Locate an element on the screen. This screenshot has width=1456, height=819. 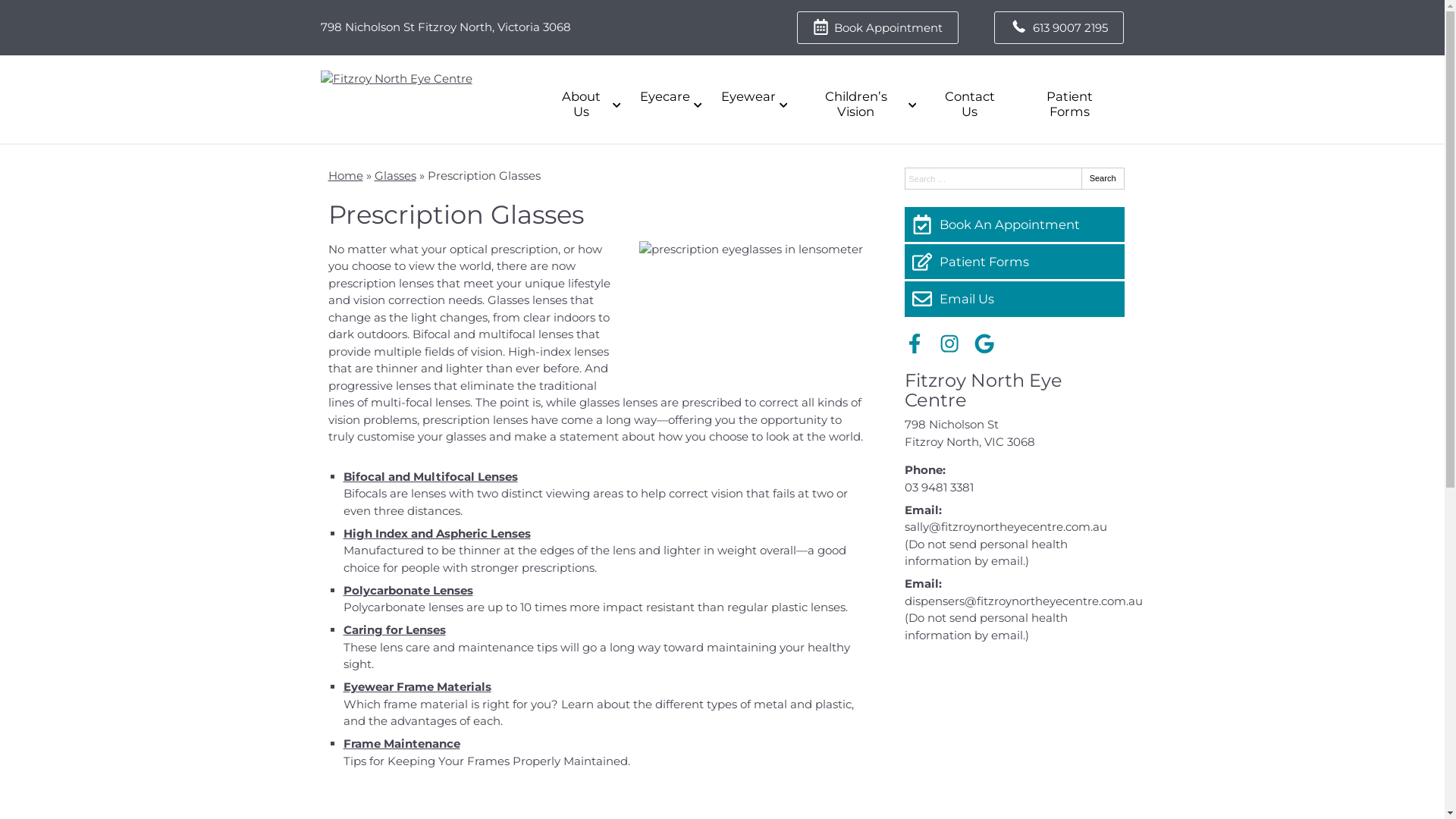
'Polycarbonate Lenses' is located at coordinates (407, 589).